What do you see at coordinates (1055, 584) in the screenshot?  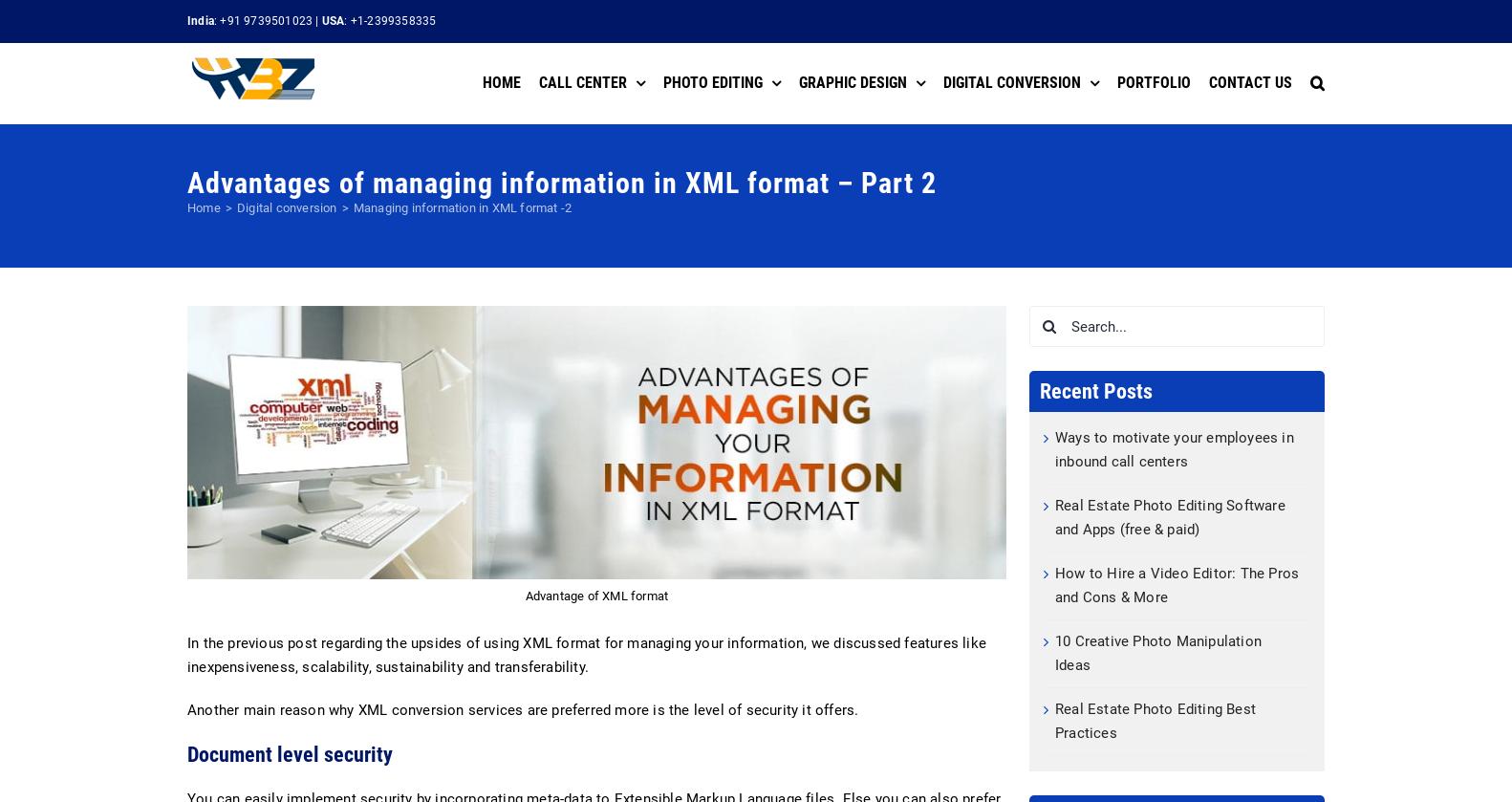 I see `'How to Hire a Video Editor: The Pros and Cons & More'` at bounding box center [1055, 584].